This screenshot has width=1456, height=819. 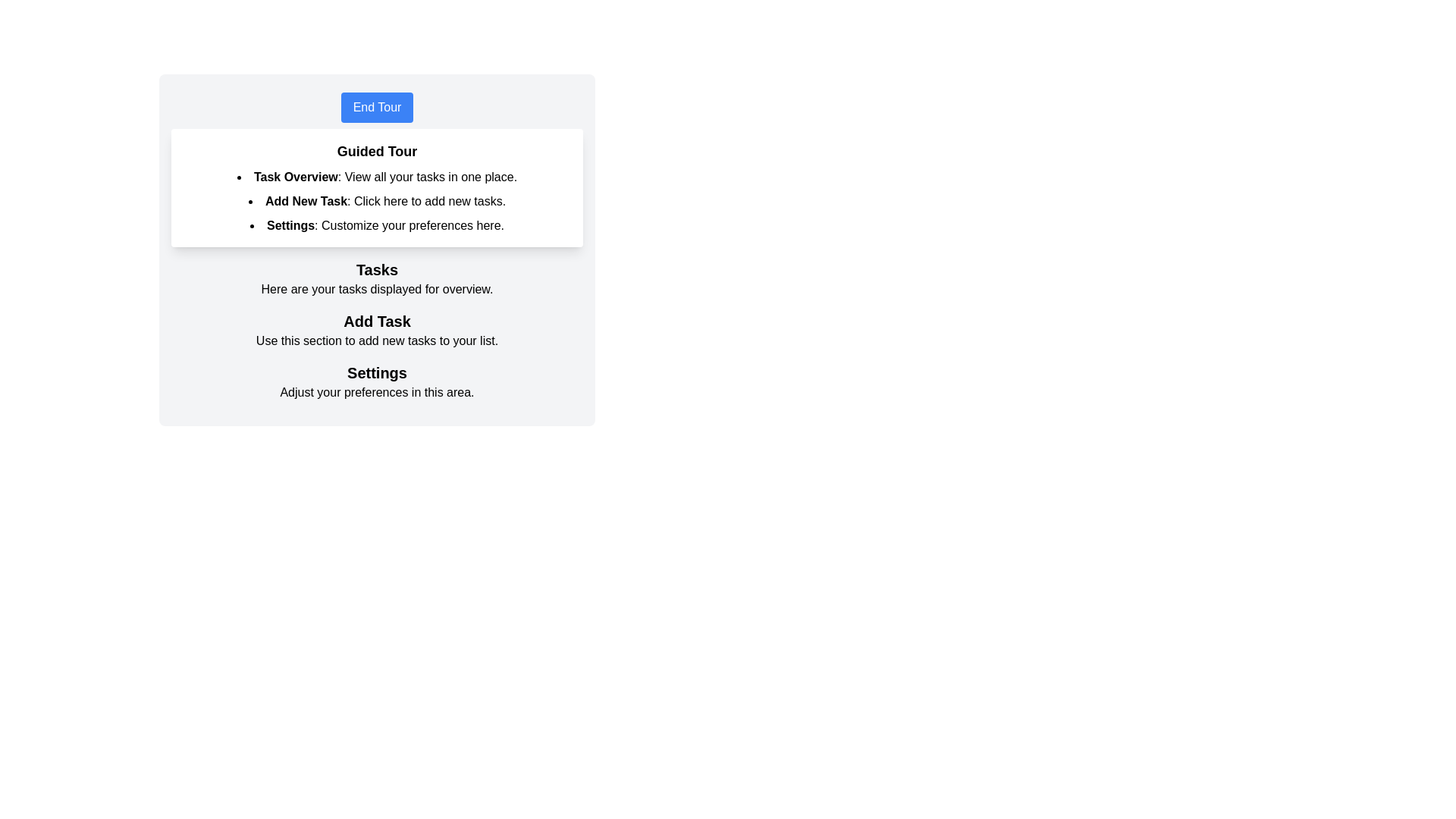 What do you see at coordinates (377, 201) in the screenshot?
I see `text of the label that starts with 'Add New Task:' and instructs 'Click here to add new tasks.' This label is the second item in the 'Guided Tour' list` at bounding box center [377, 201].